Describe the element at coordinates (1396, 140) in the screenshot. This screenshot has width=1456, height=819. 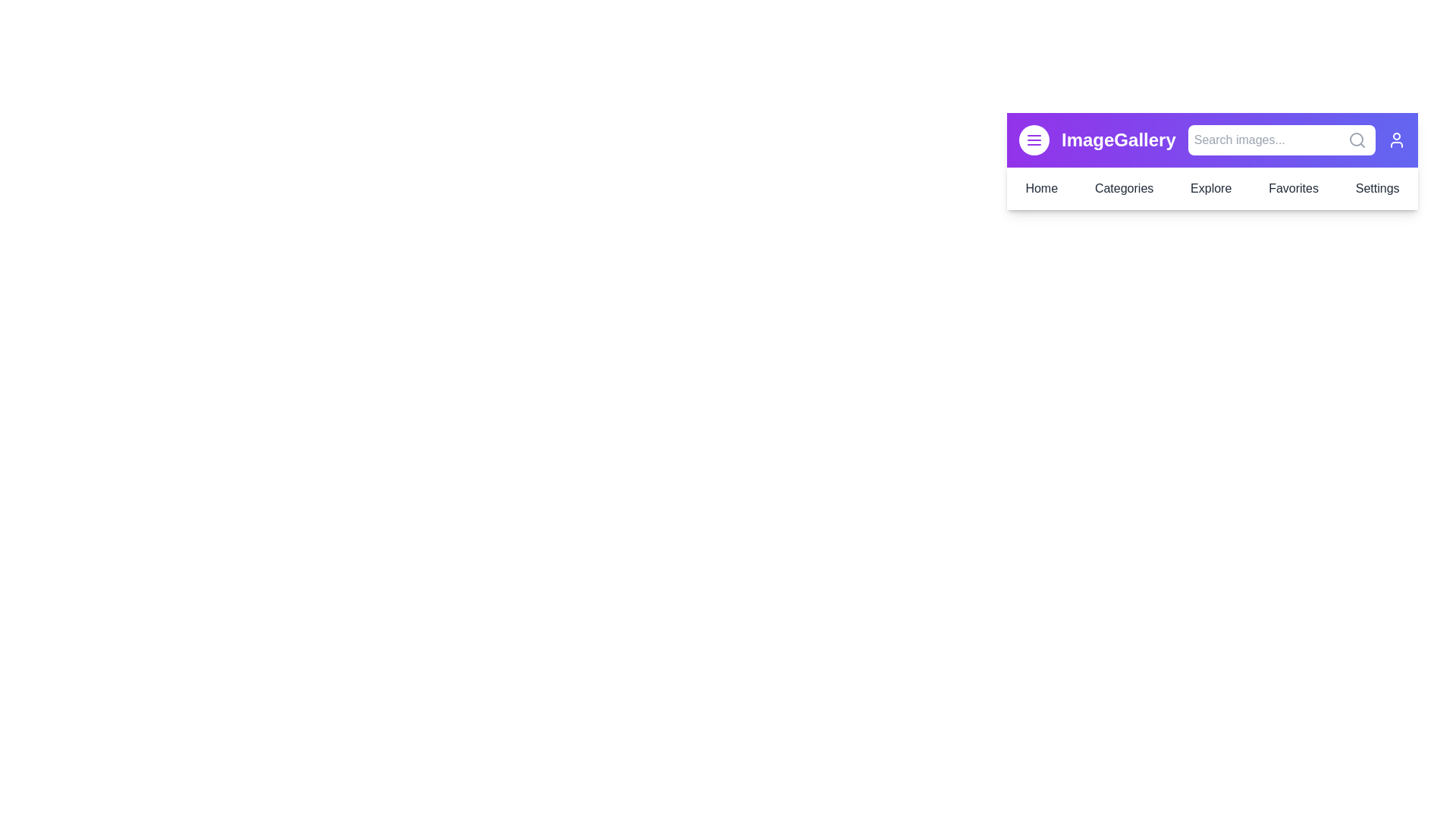
I see `user icon to access user-related actions` at that location.